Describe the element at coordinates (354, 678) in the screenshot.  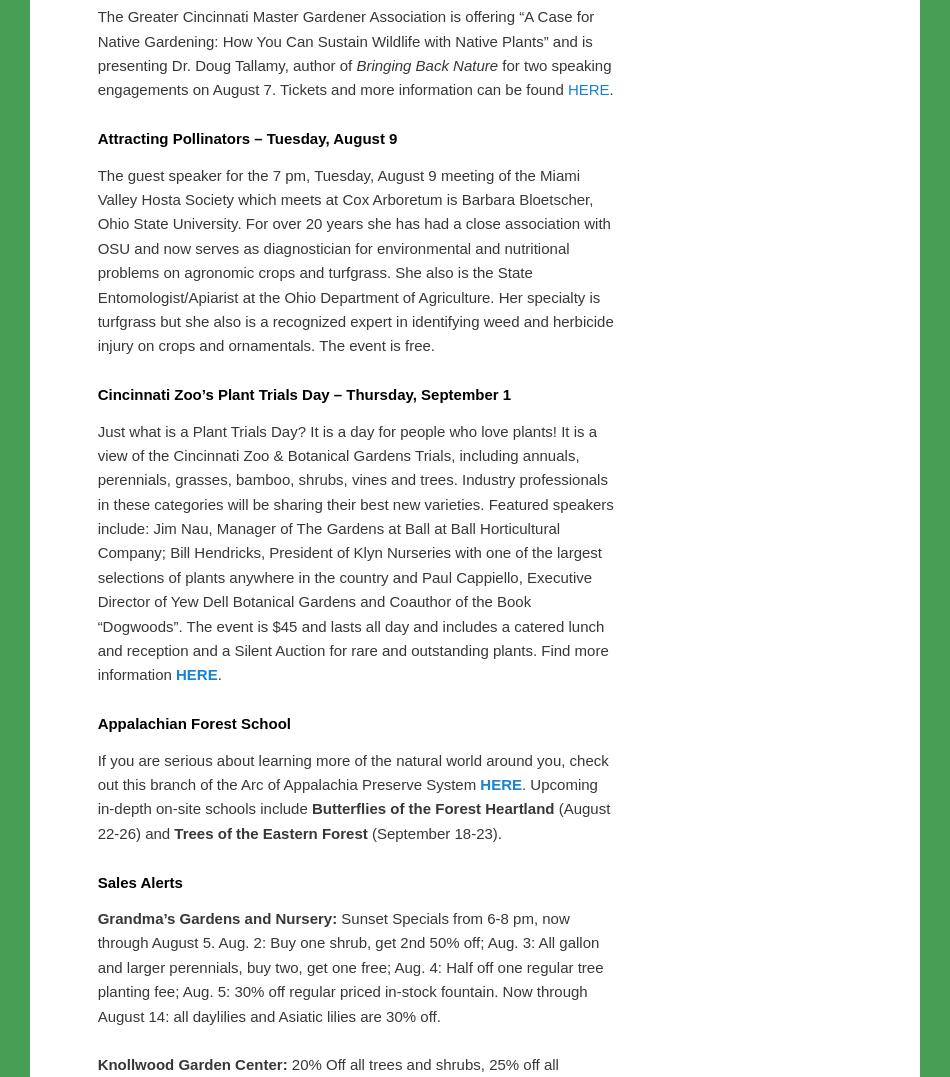
I see `'The guest speaker for the 7 pm, Tuesday, August 9 meeting of the Miami Valley Hosta Society which meets at Cox Arboretum is Barbara Bloetscher, Ohio State University. For over 20 years she has had a close association with OSU and now serves as diagnostician for environmental and nutritional problems on agronomic crops and turfgrass. She also is the State Entomologist/Apiarist at the Ohio Department of Agriculture. Her specialty is turfgrass but she also is a recognized expert in identifying weed and herbicide injury on crops and ornamentals. The event is free.'` at that location.